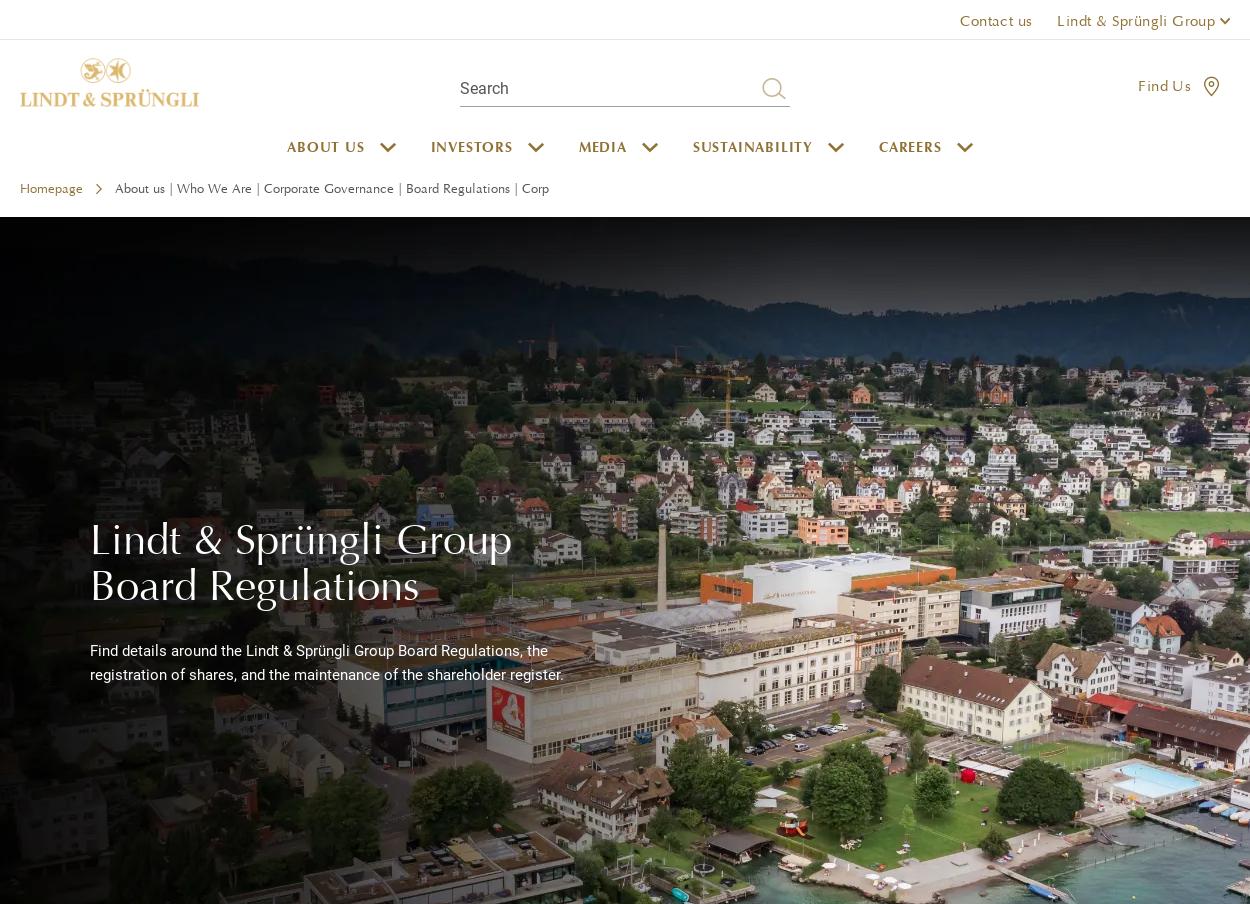  What do you see at coordinates (301, 561) in the screenshot?
I see `'Lindt & Sprüngli Group Board Regulations'` at bounding box center [301, 561].